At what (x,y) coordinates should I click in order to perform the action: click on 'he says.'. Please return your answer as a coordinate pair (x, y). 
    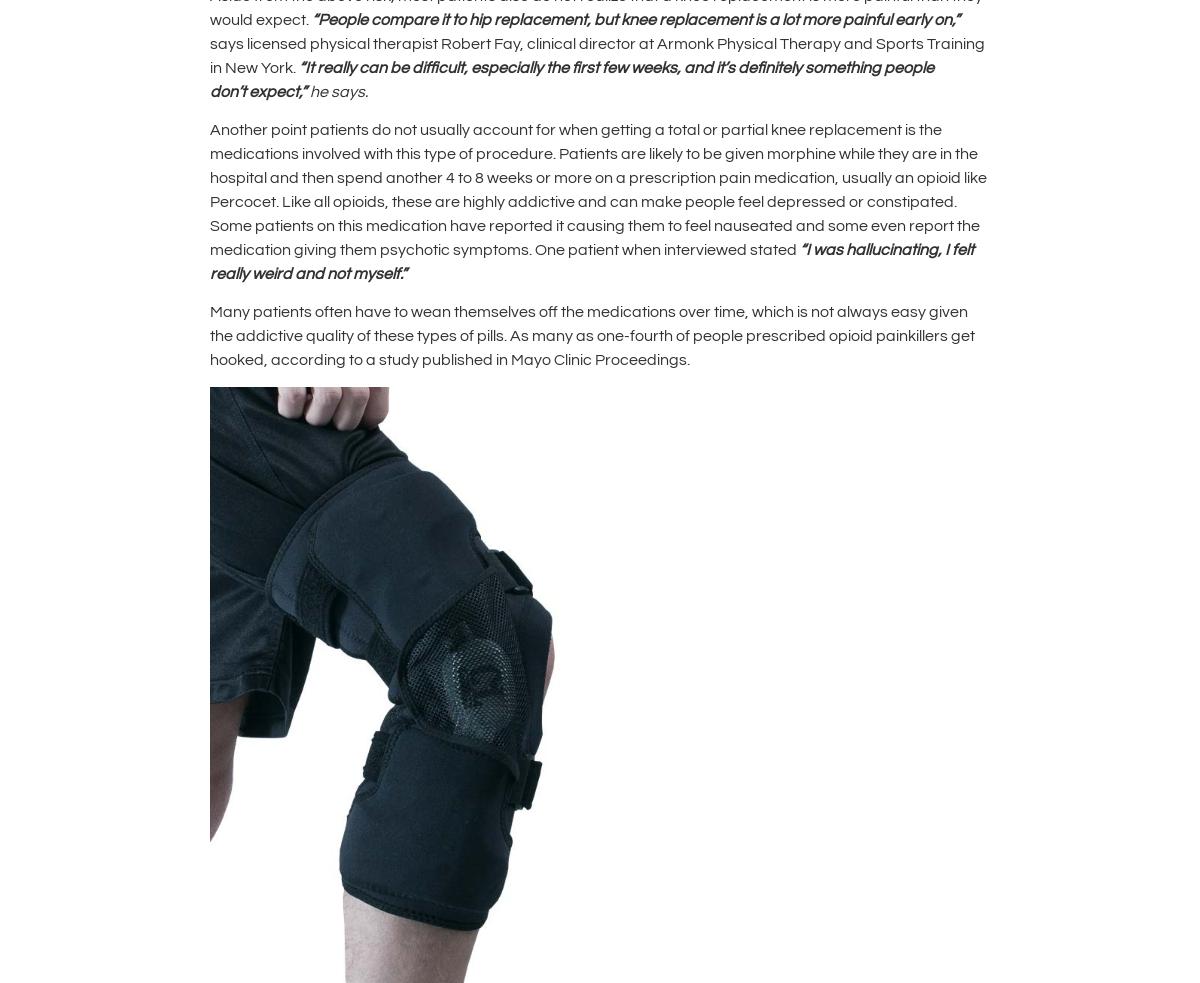
    Looking at the image, I should click on (338, 90).